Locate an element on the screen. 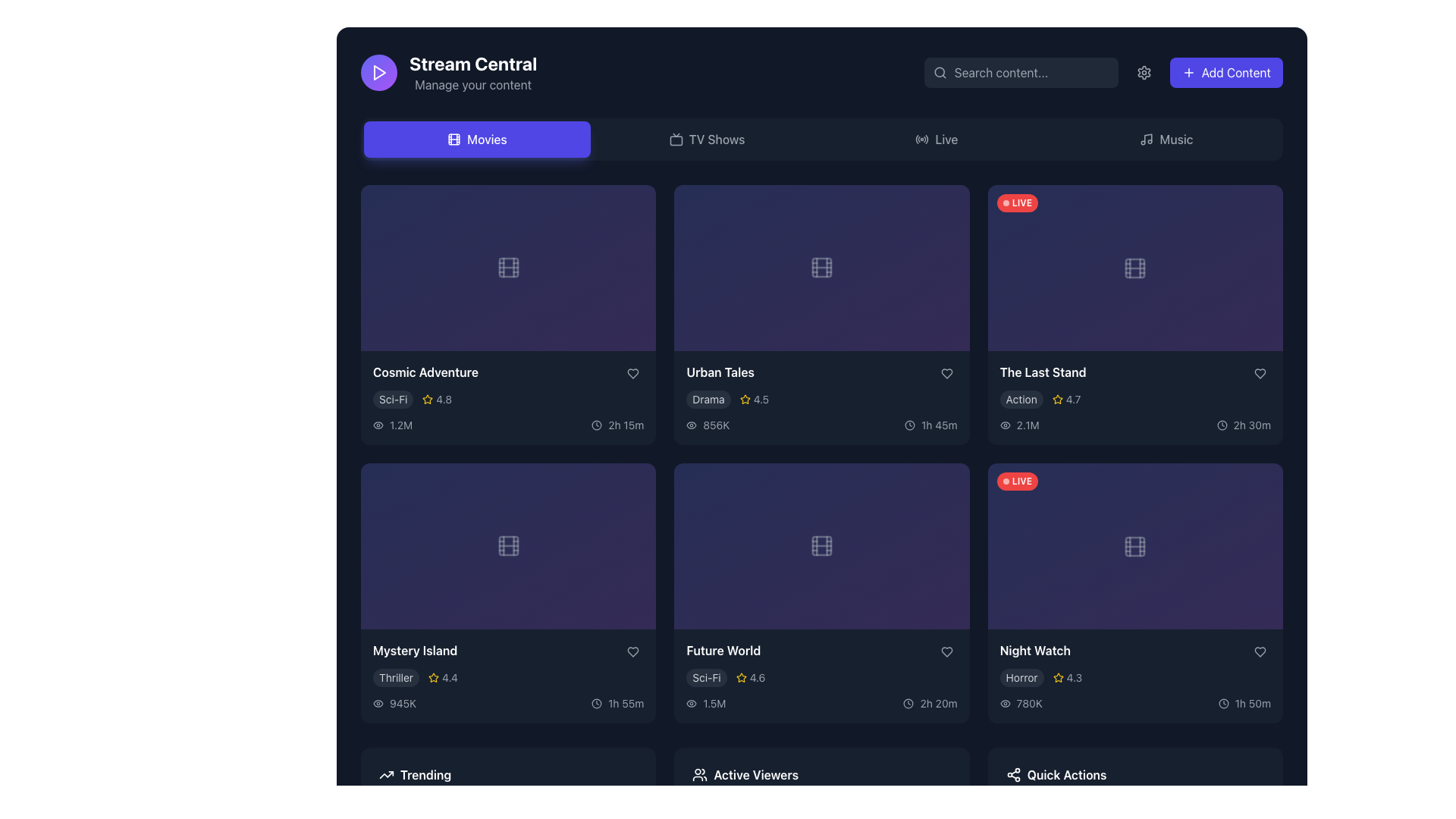  displayed view count from the text label located in the bottom-left portion of the 'Cosmic Adventure' card, which shows '1.2M' views is located at coordinates (393, 425).